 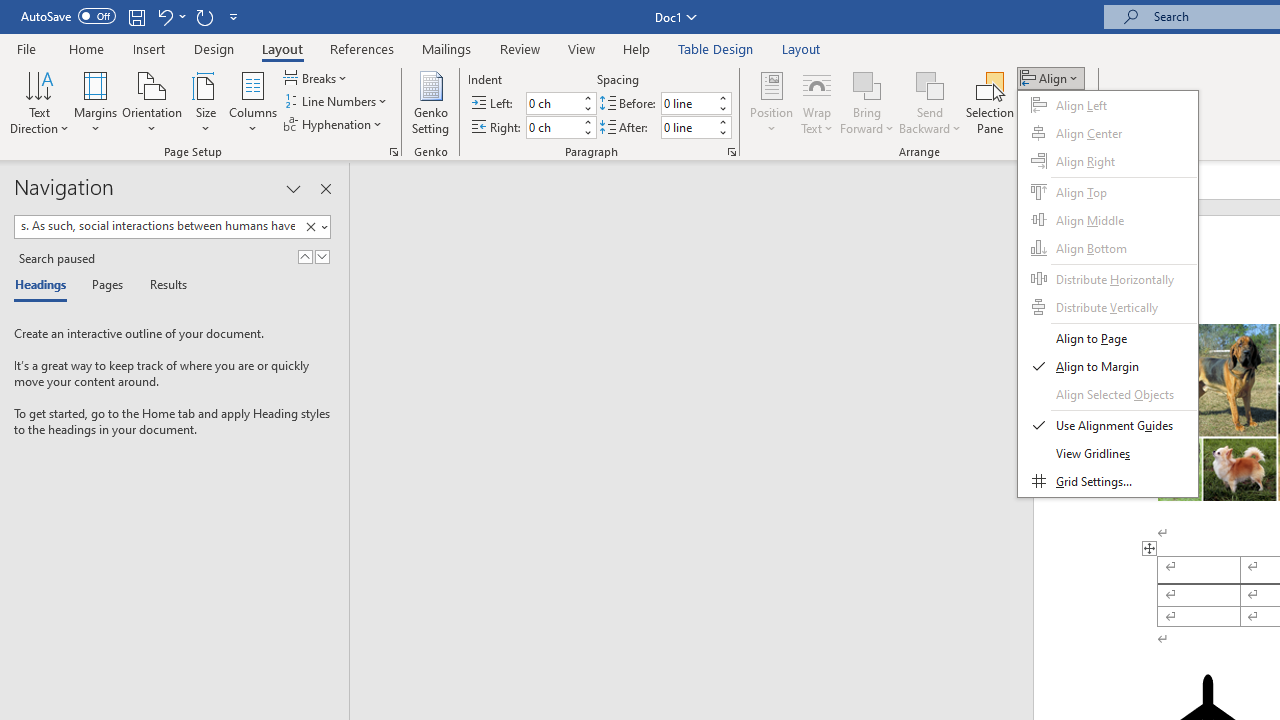 I want to click on 'Size', so click(x=206, y=103).